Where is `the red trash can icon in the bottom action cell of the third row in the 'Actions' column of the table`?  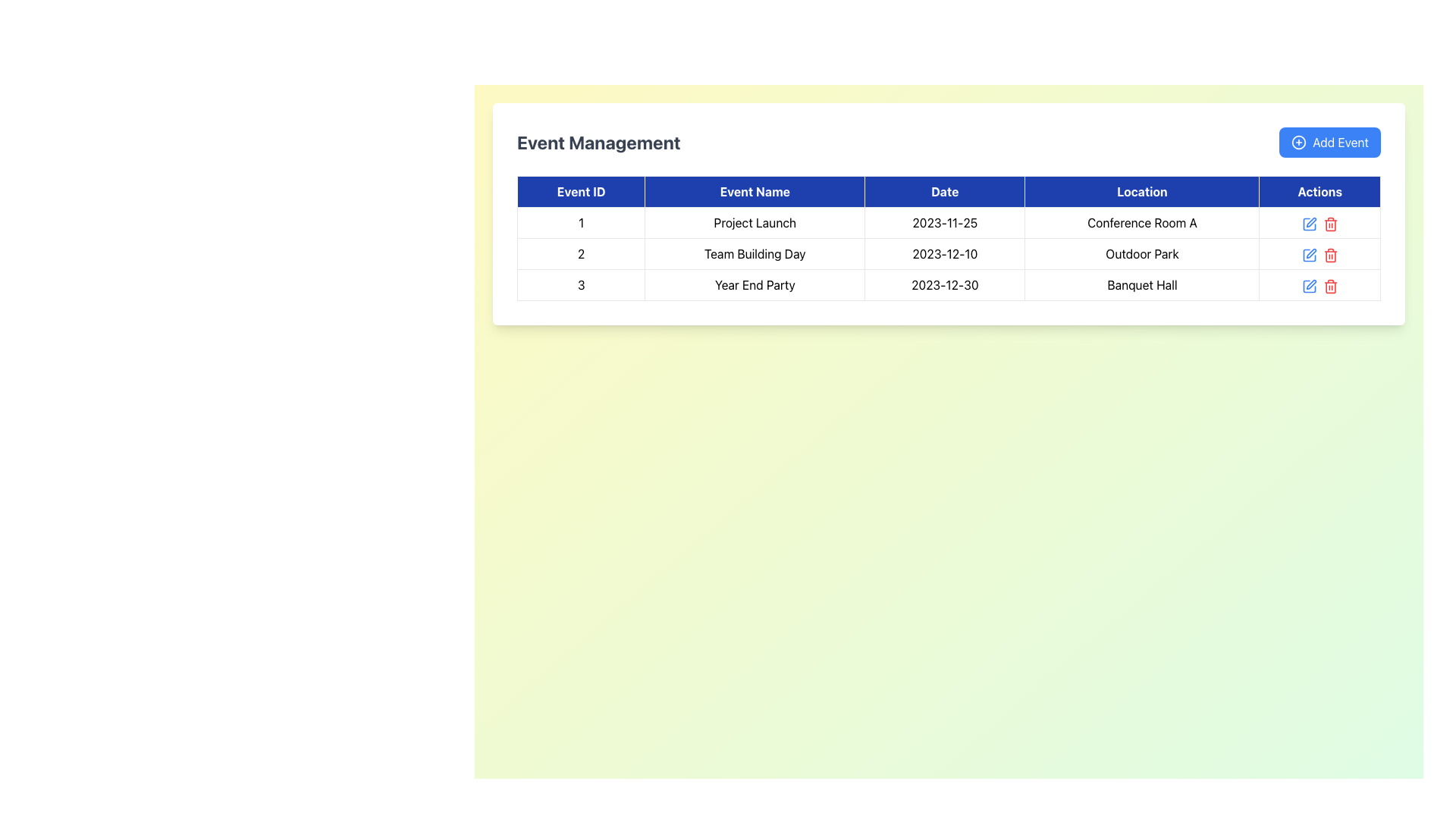
the red trash can icon in the bottom action cell of the third row in the 'Actions' column of the table is located at coordinates (1329, 254).